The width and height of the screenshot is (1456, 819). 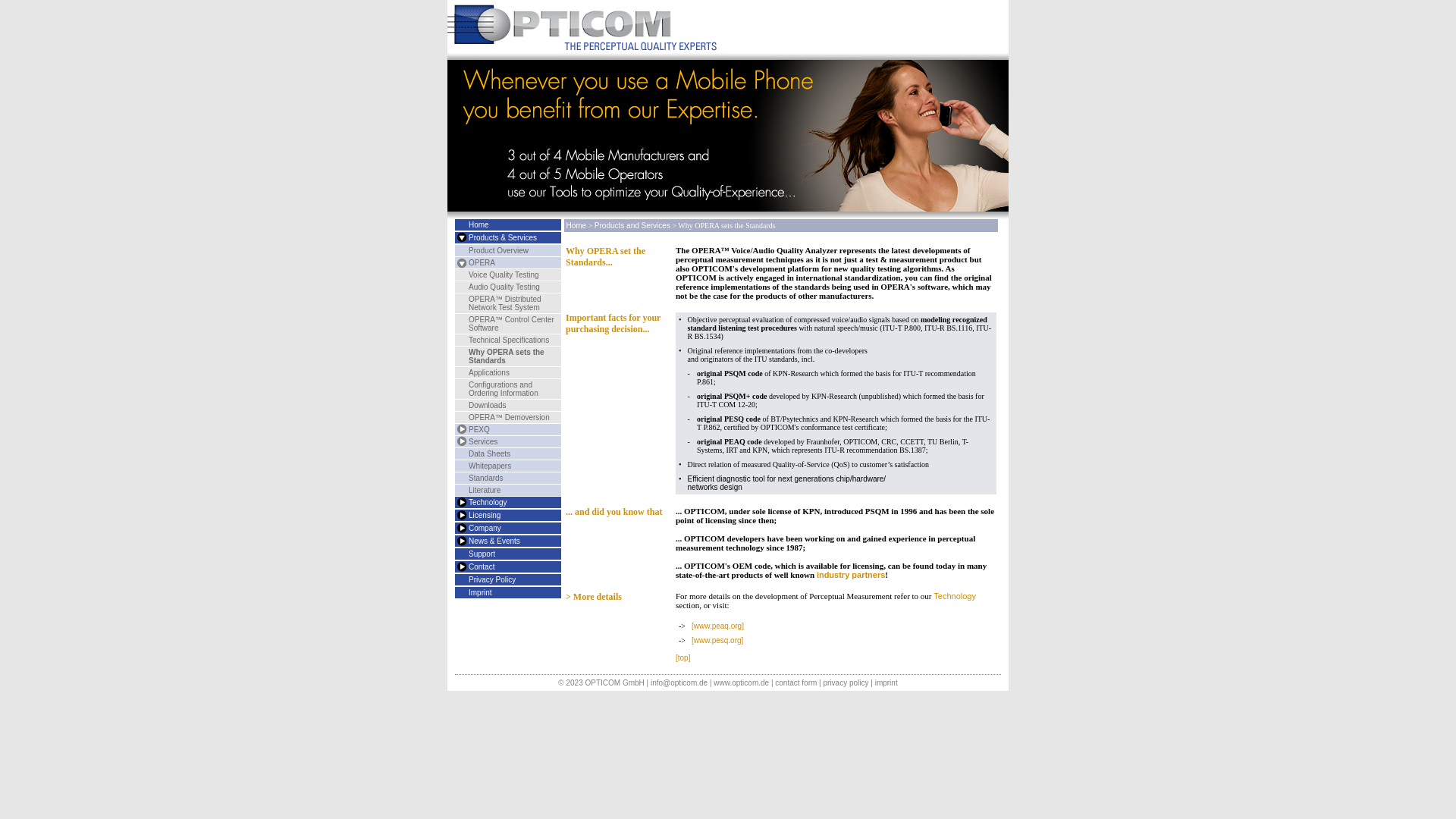 What do you see at coordinates (874, 682) in the screenshot?
I see `'imprint'` at bounding box center [874, 682].